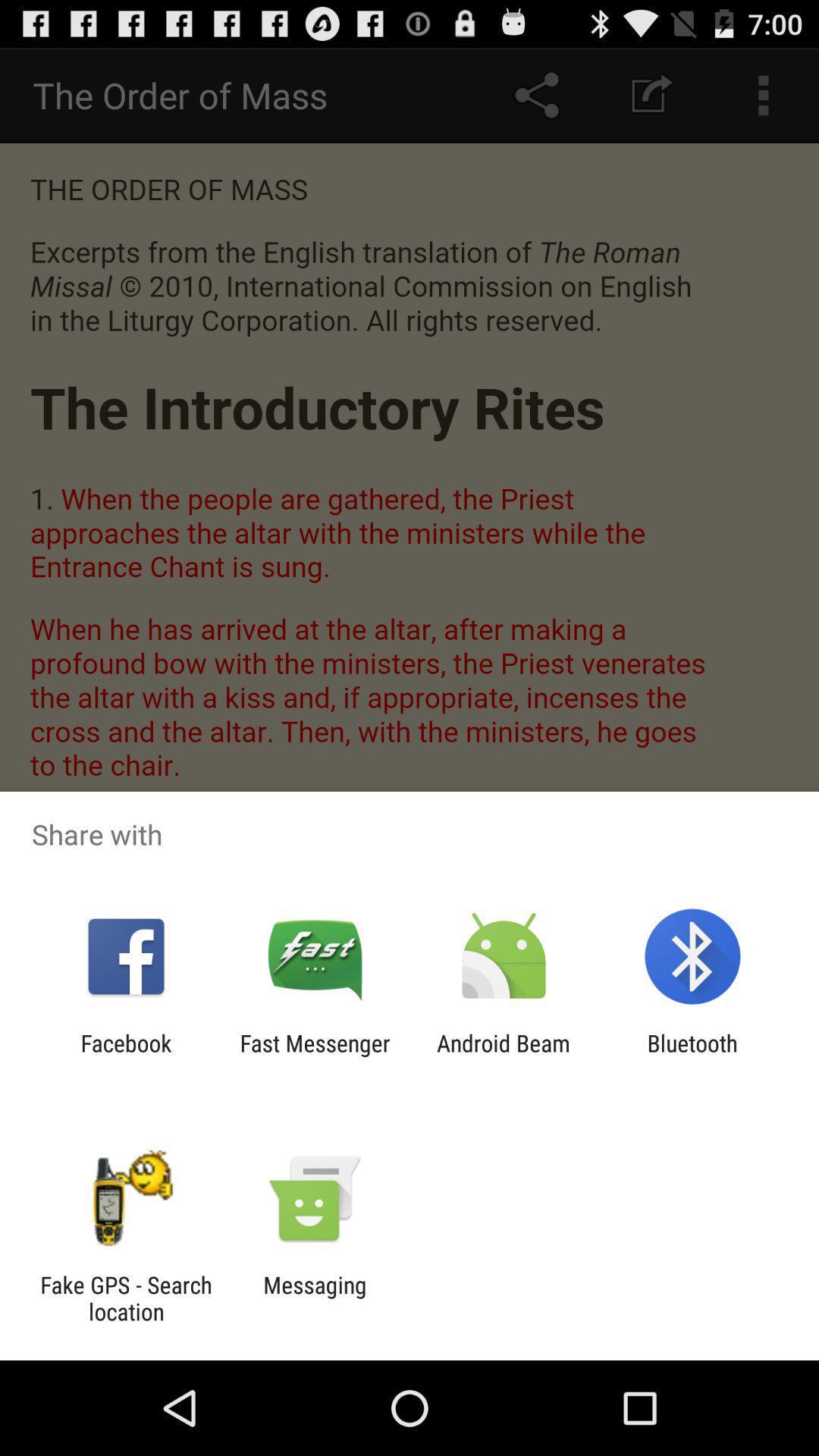 This screenshot has width=819, height=1456. What do you see at coordinates (314, 1056) in the screenshot?
I see `app to the right of the facebook` at bounding box center [314, 1056].